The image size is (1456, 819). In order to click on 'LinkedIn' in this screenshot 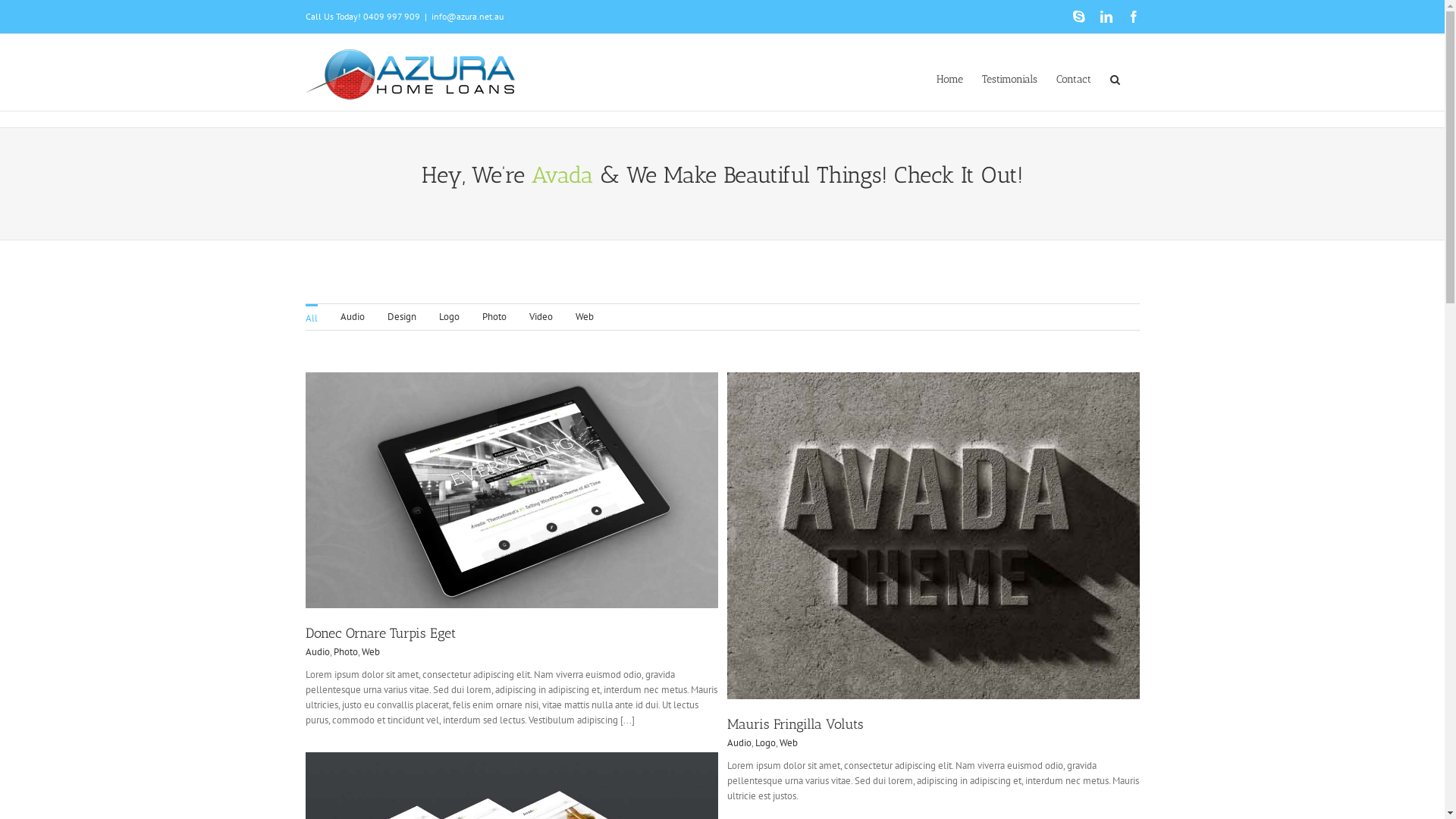, I will do `click(1106, 17)`.